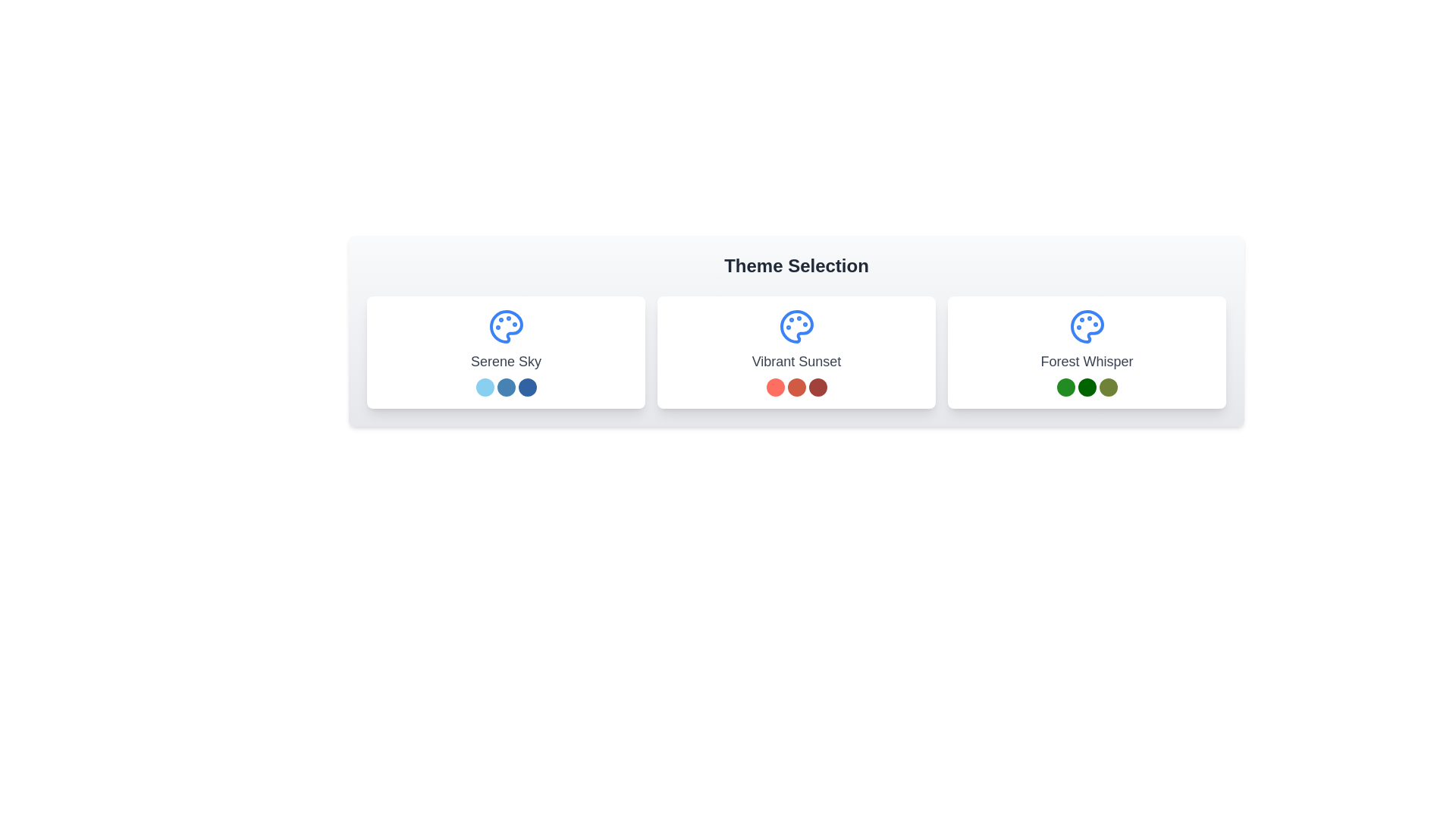 Image resolution: width=1456 pixels, height=819 pixels. What do you see at coordinates (795, 353) in the screenshot?
I see `the 'Vibrant Sunset' theme card, which is a rectangular card with a white background, a blue palette icon at the top, and gray text underneath` at bounding box center [795, 353].